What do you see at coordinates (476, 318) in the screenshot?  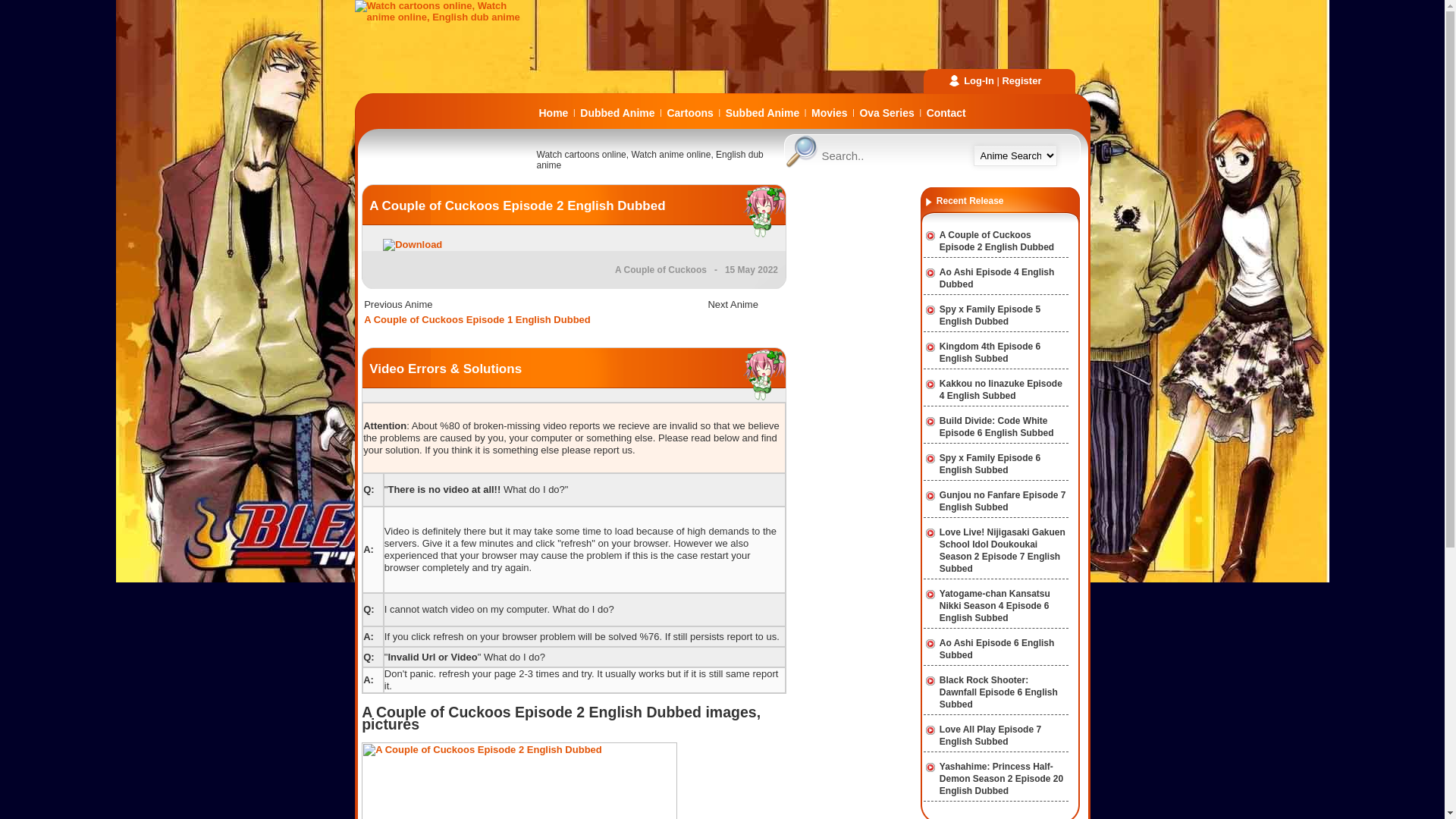 I see `'A Couple of Cuckoos Episode 1 English Dubbed'` at bounding box center [476, 318].